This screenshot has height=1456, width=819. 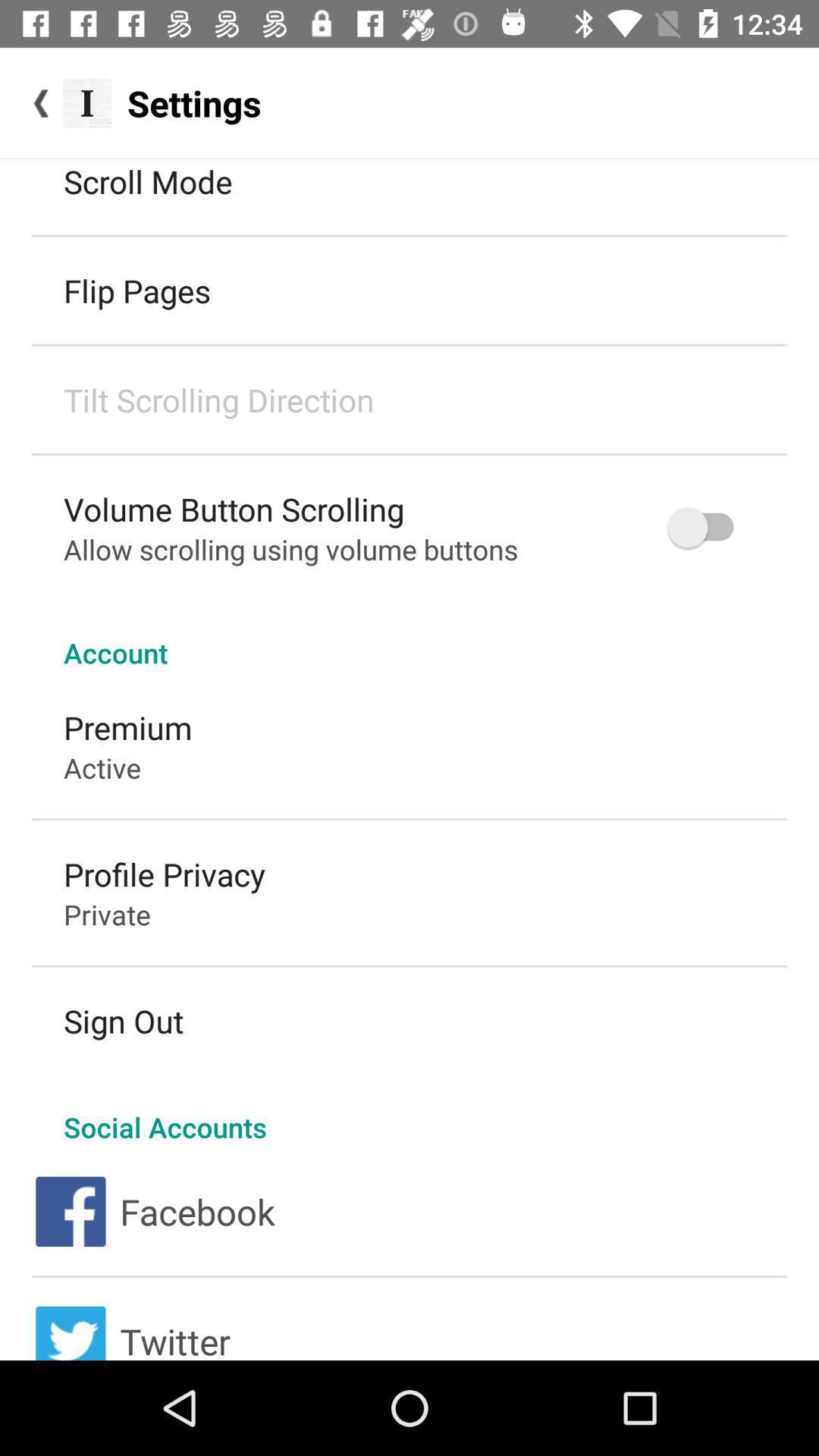 What do you see at coordinates (708, 527) in the screenshot?
I see `the item next to allow scrolling using icon` at bounding box center [708, 527].